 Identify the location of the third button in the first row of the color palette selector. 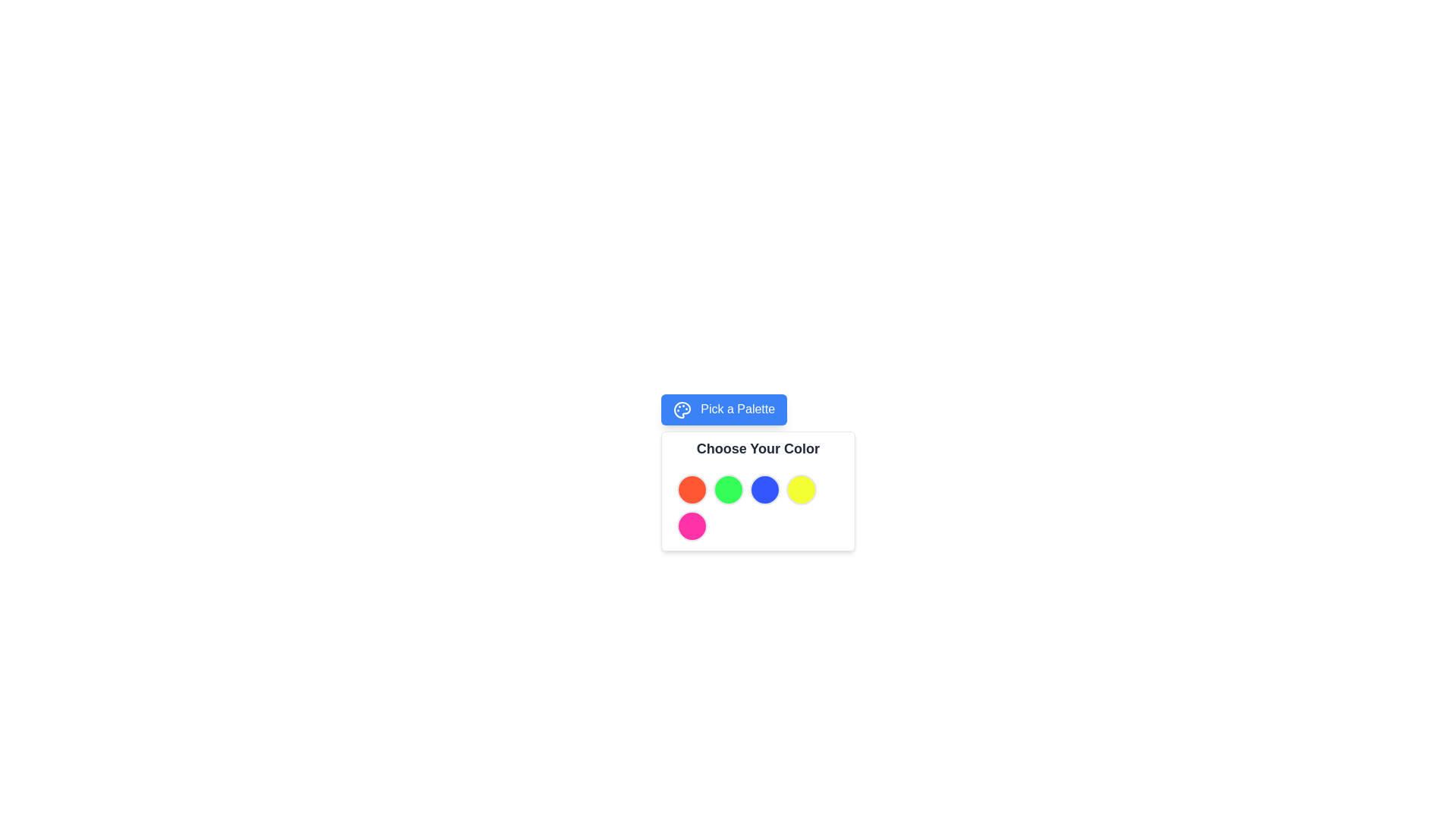
(764, 489).